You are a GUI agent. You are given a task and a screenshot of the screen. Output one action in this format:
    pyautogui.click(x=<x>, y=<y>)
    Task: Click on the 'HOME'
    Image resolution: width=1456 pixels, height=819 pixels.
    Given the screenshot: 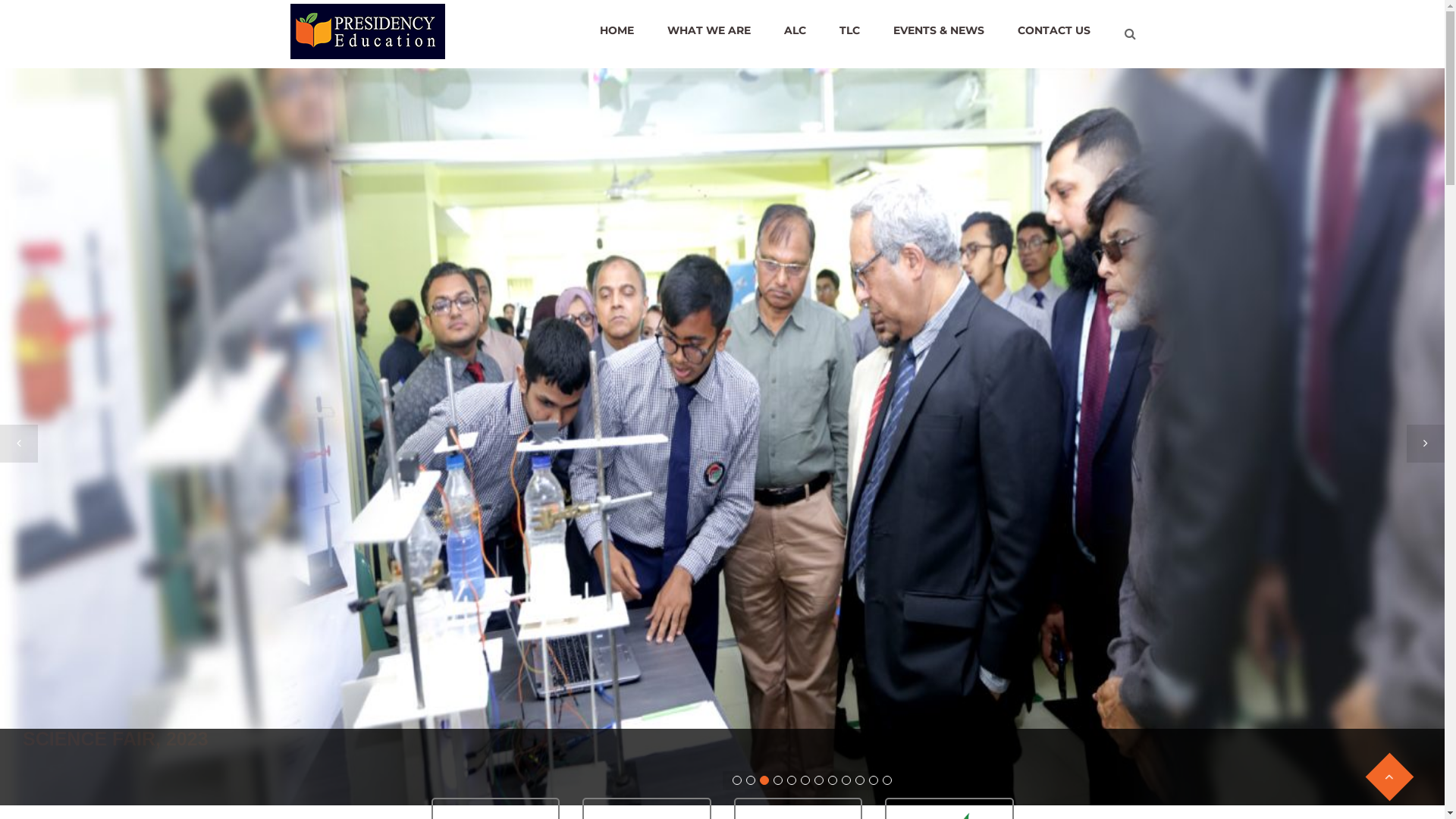 What is the action you would take?
    pyautogui.click(x=582, y=30)
    